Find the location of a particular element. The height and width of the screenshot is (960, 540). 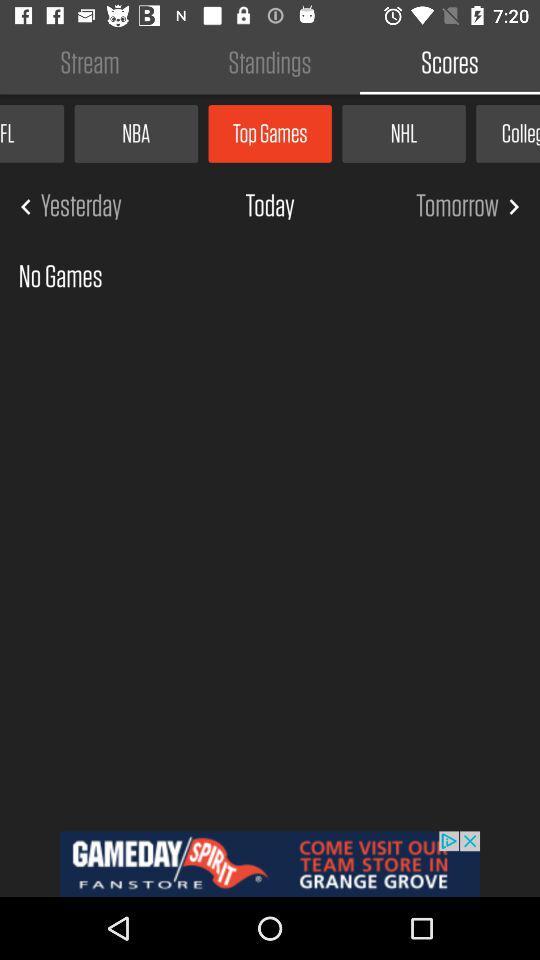

advetisement is located at coordinates (270, 863).